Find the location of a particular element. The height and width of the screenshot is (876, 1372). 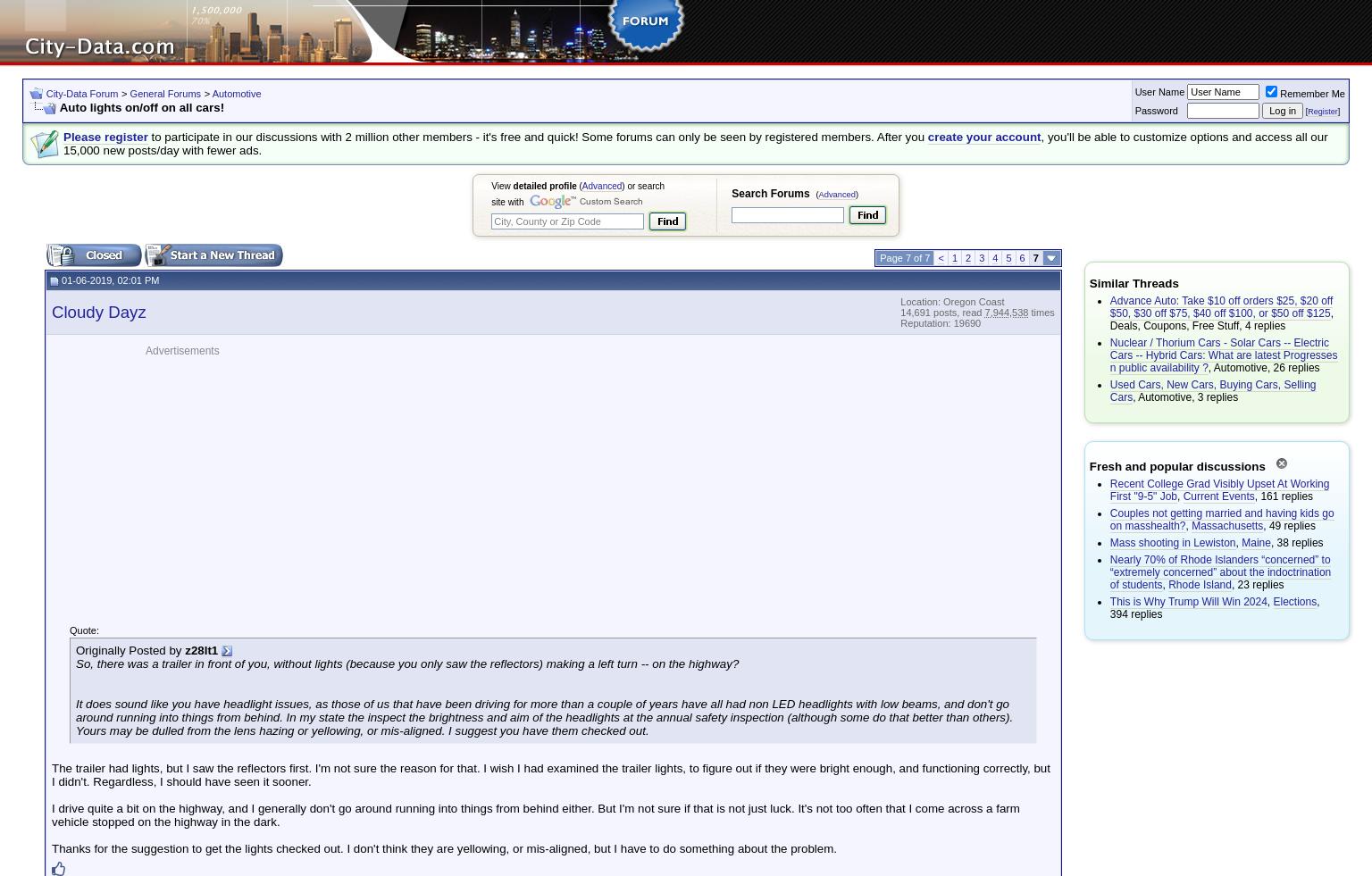

'7' is located at coordinates (1035, 257).